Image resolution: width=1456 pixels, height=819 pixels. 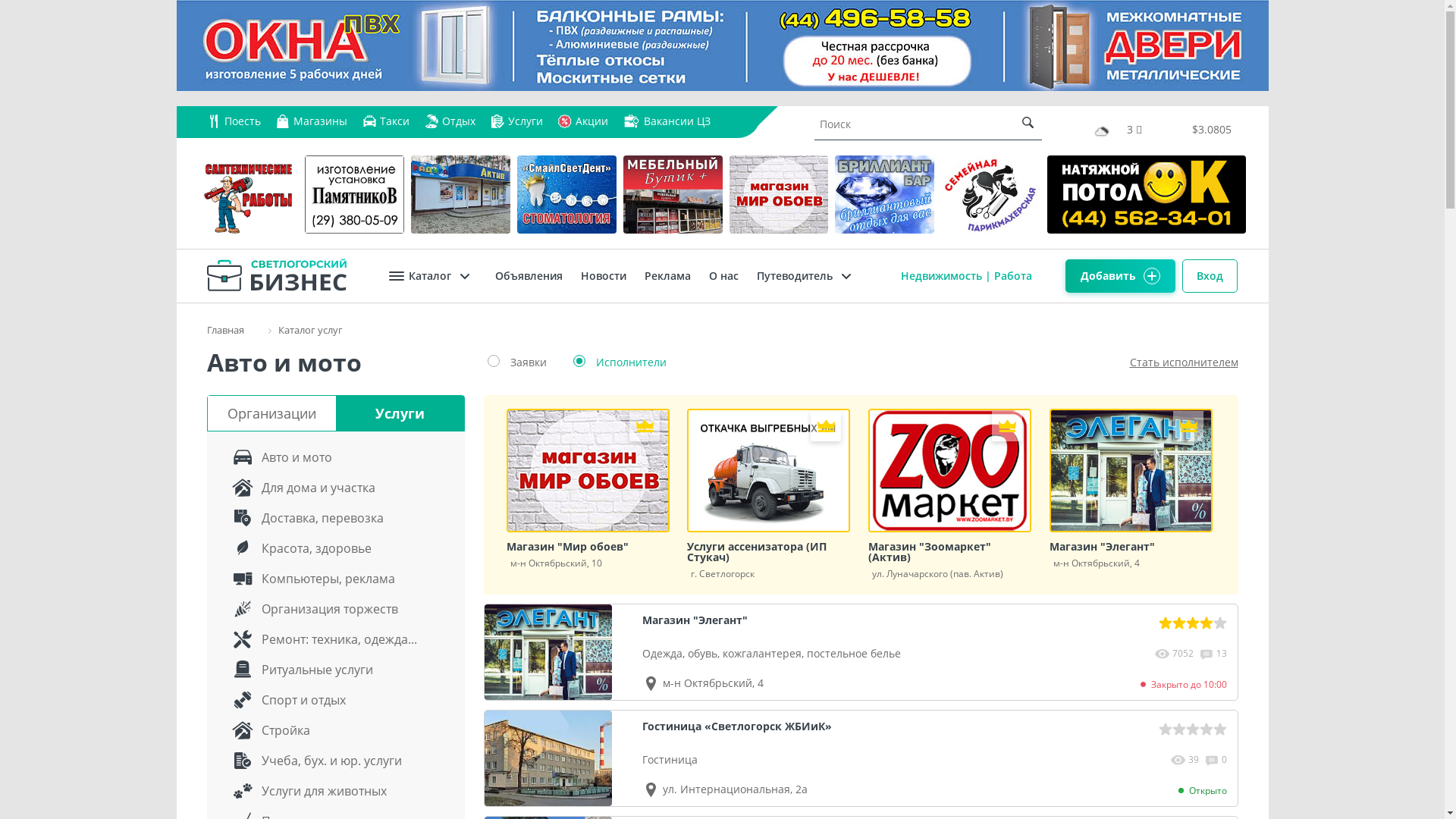 What do you see at coordinates (625, 428) in the screenshot?
I see `'VIP'` at bounding box center [625, 428].